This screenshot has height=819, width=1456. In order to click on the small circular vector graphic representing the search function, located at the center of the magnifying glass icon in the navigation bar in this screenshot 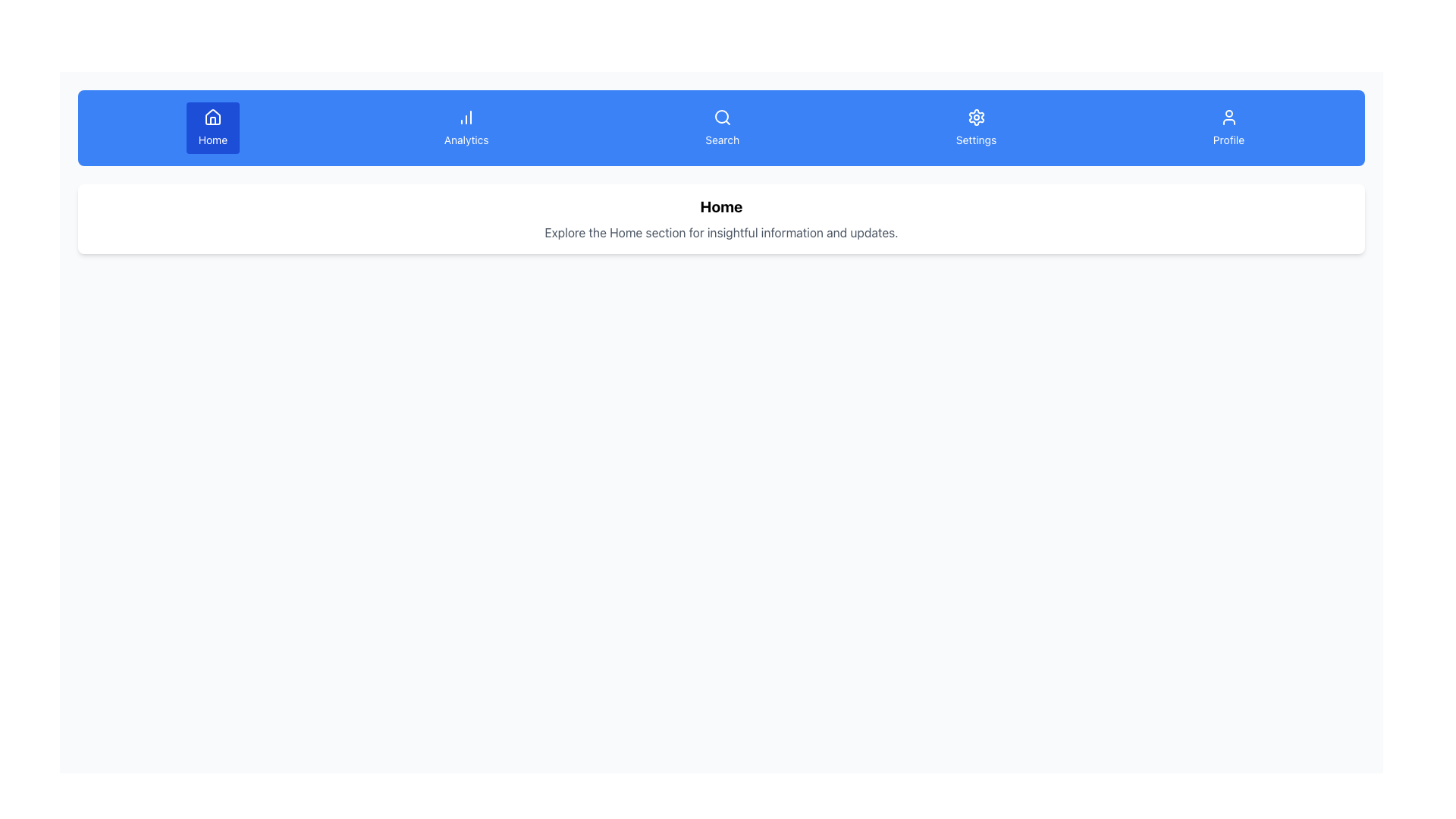, I will do `click(720, 116)`.